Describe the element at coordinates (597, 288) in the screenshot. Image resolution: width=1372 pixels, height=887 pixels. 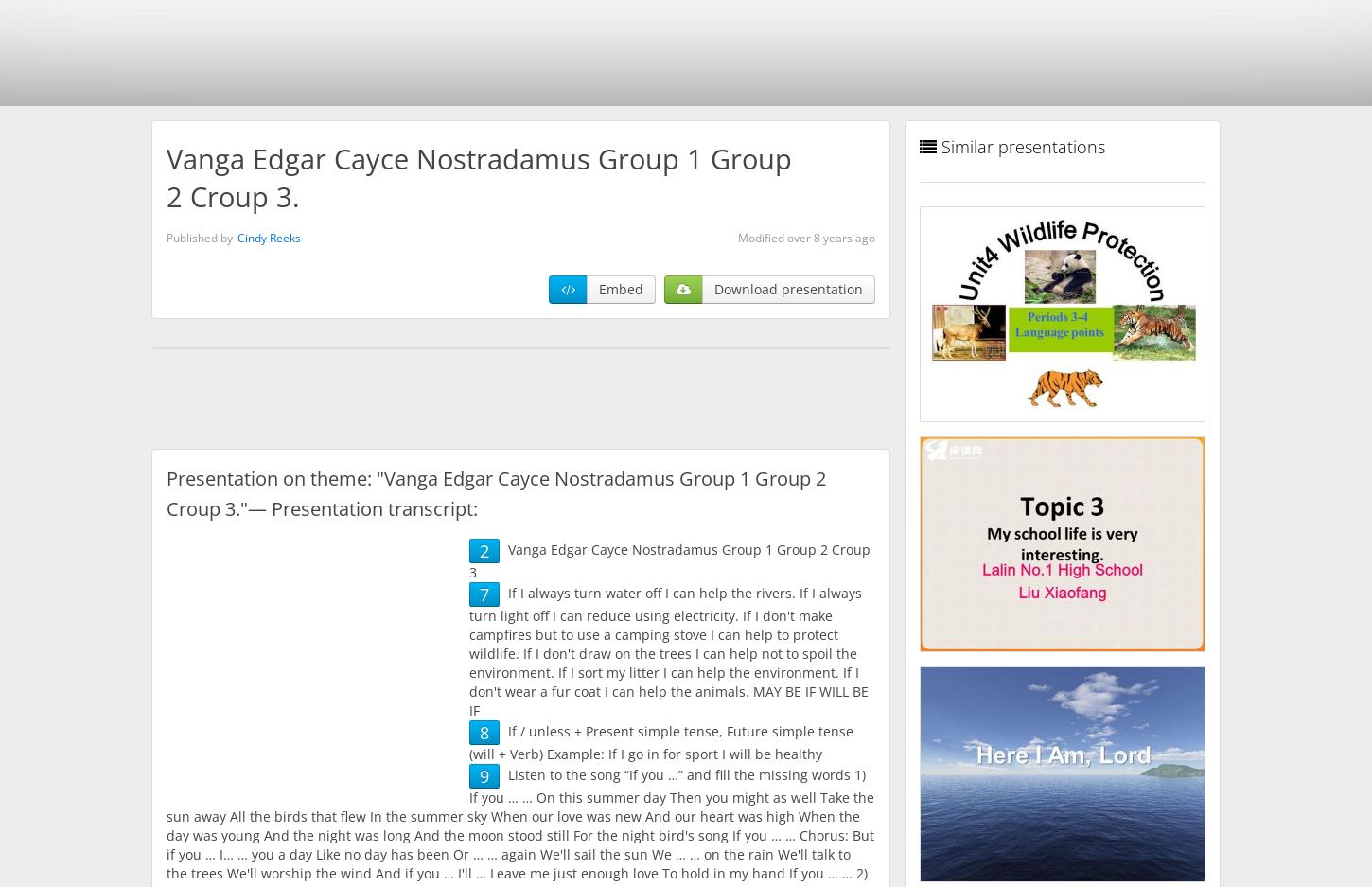
I see `'Embed'` at that location.